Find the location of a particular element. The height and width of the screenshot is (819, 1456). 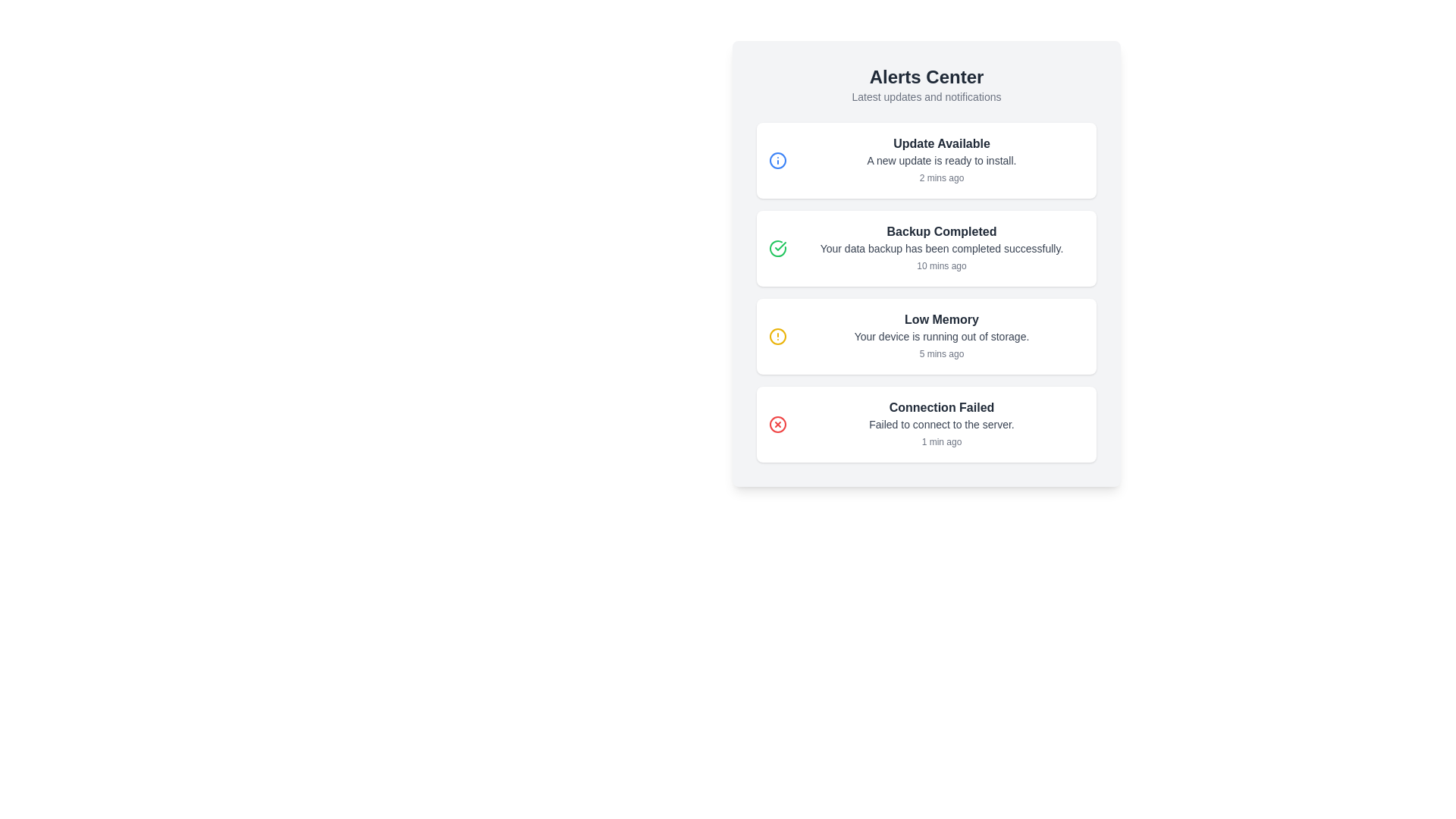

timestamp displayed in the lower-right corner of the last alert card, which indicates when the 'Connection Failed' alert occurred is located at coordinates (941, 441).